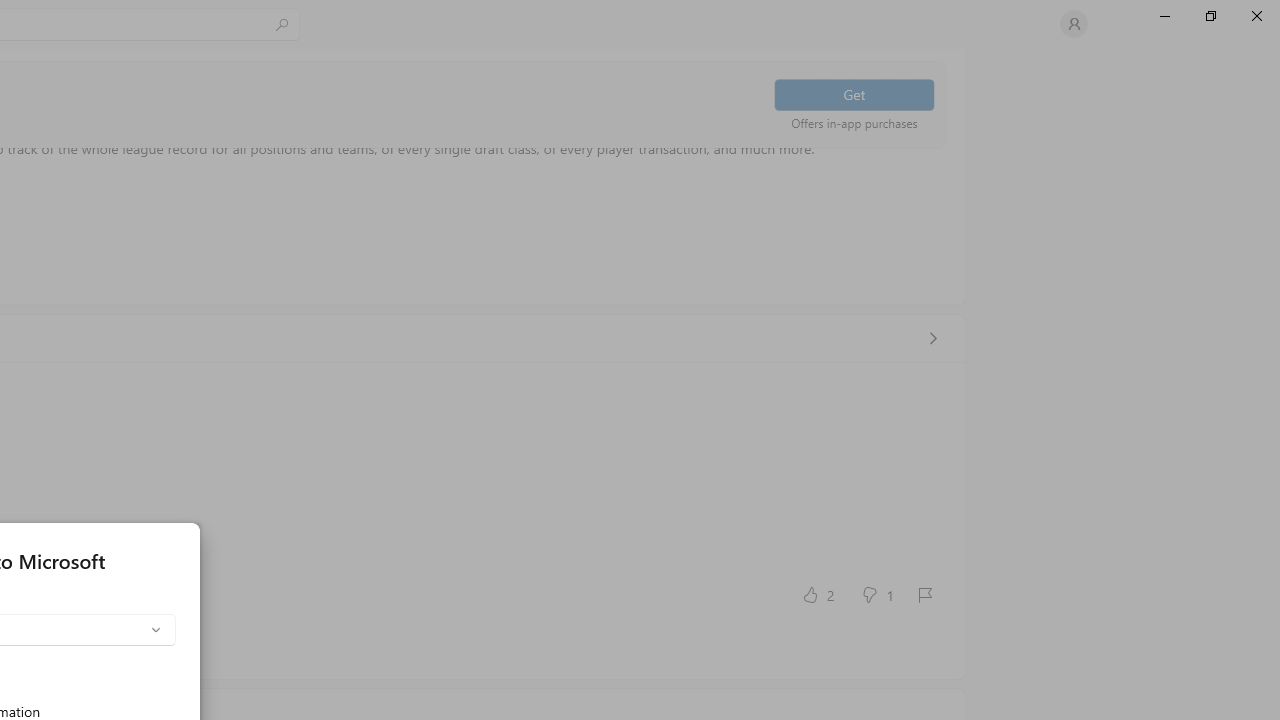  Describe the element at coordinates (876, 593) in the screenshot. I see `'No, this was not helpful. 1 votes.'` at that location.